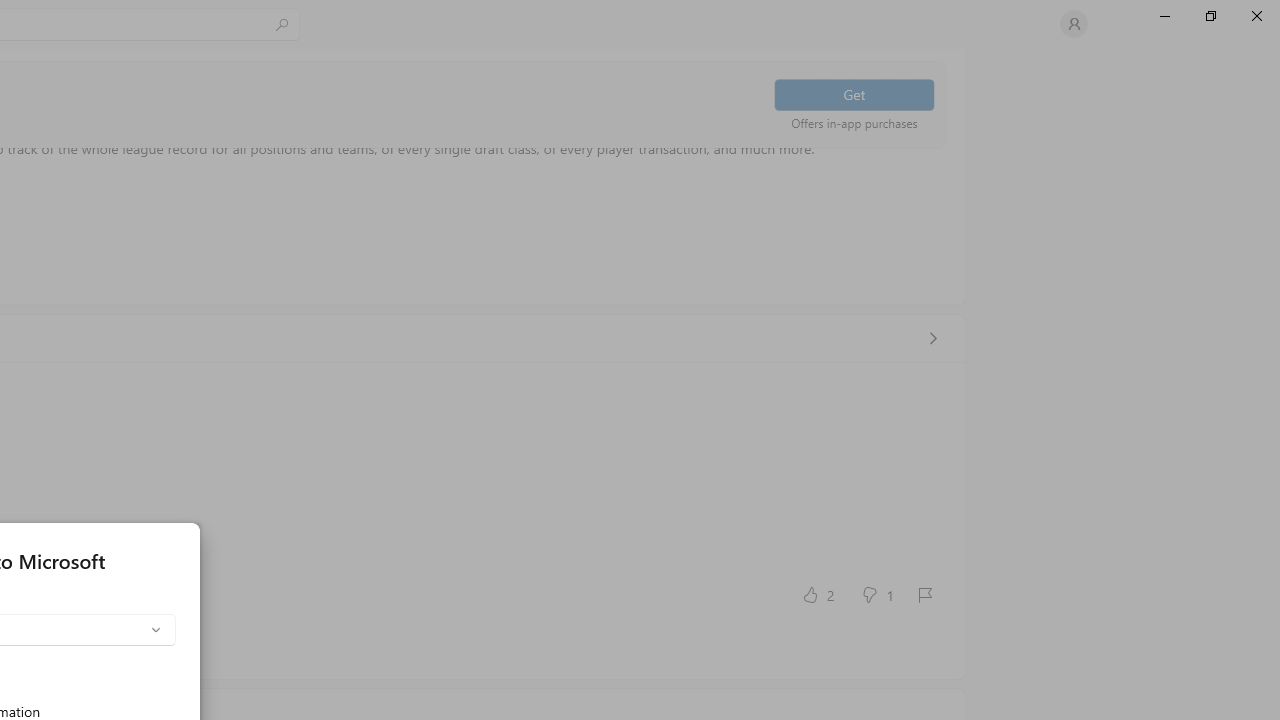  Describe the element at coordinates (876, 593) in the screenshot. I see `'No, this was not helpful. 1 votes.'` at that location.